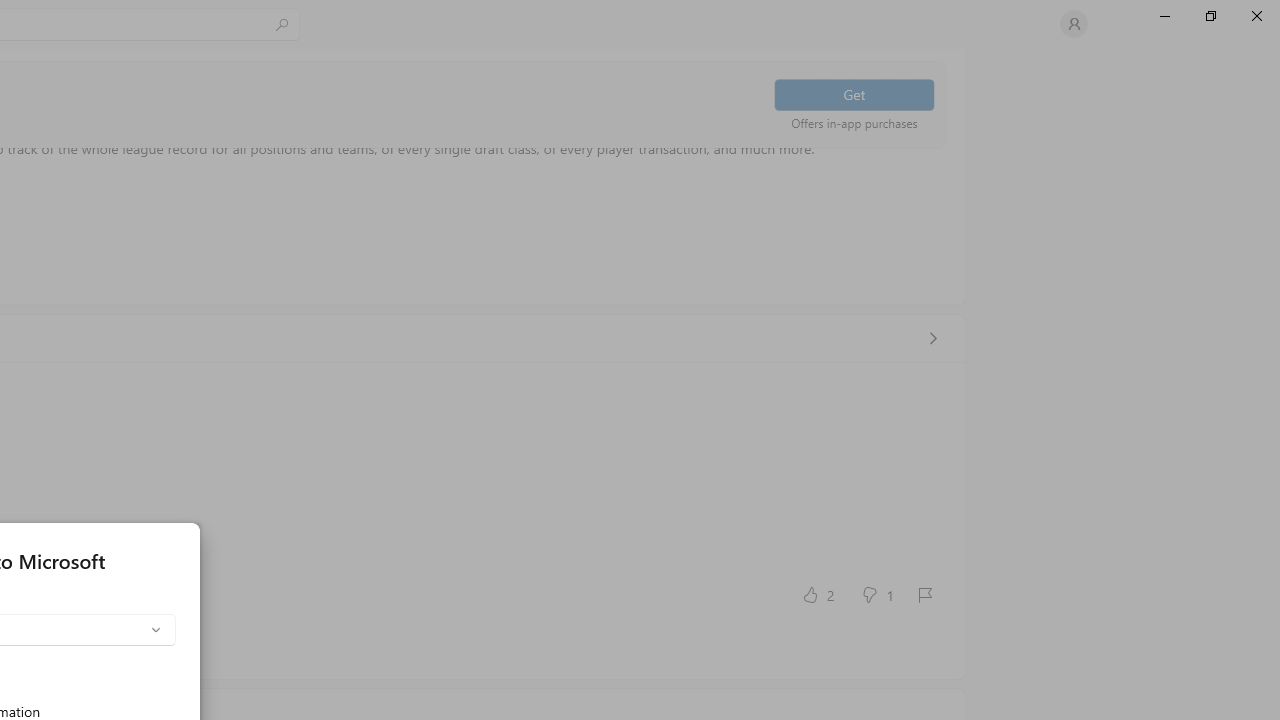  Describe the element at coordinates (876, 593) in the screenshot. I see `'No, this was not helpful. 1 votes.'` at that location.